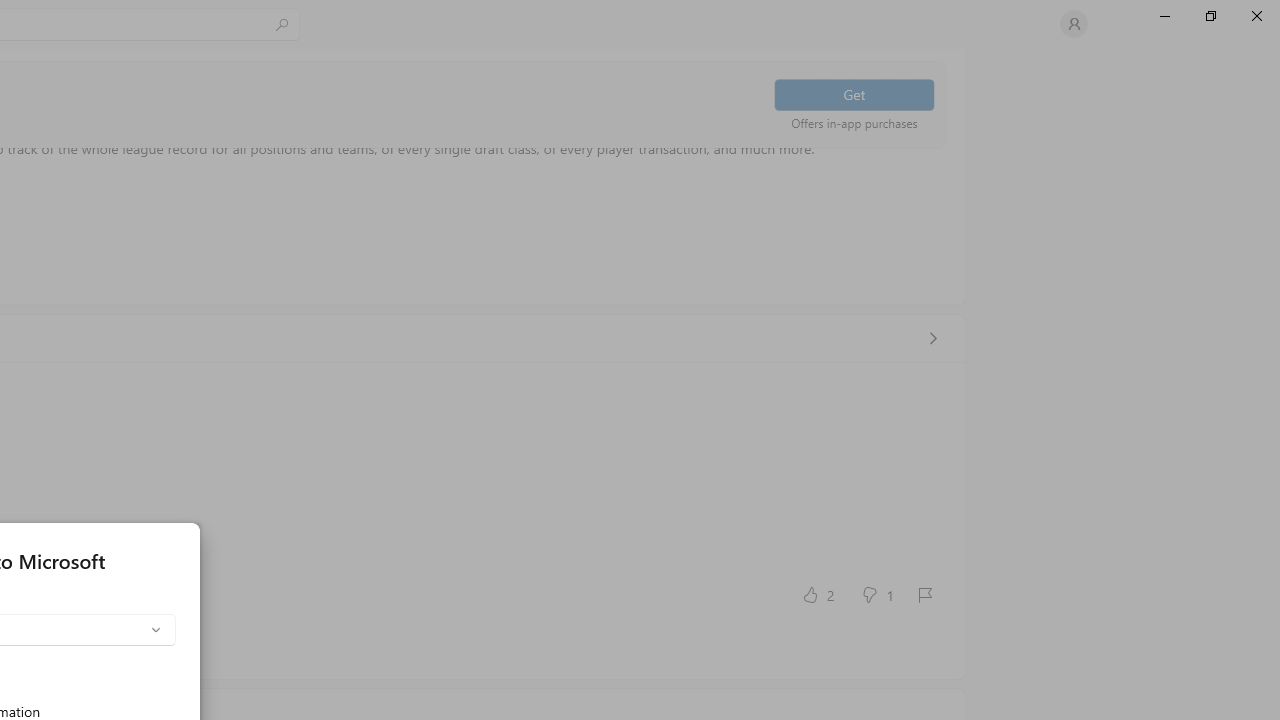  Describe the element at coordinates (876, 593) in the screenshot. I see `'No, this was not helpful. 1 votes.'` at that location.